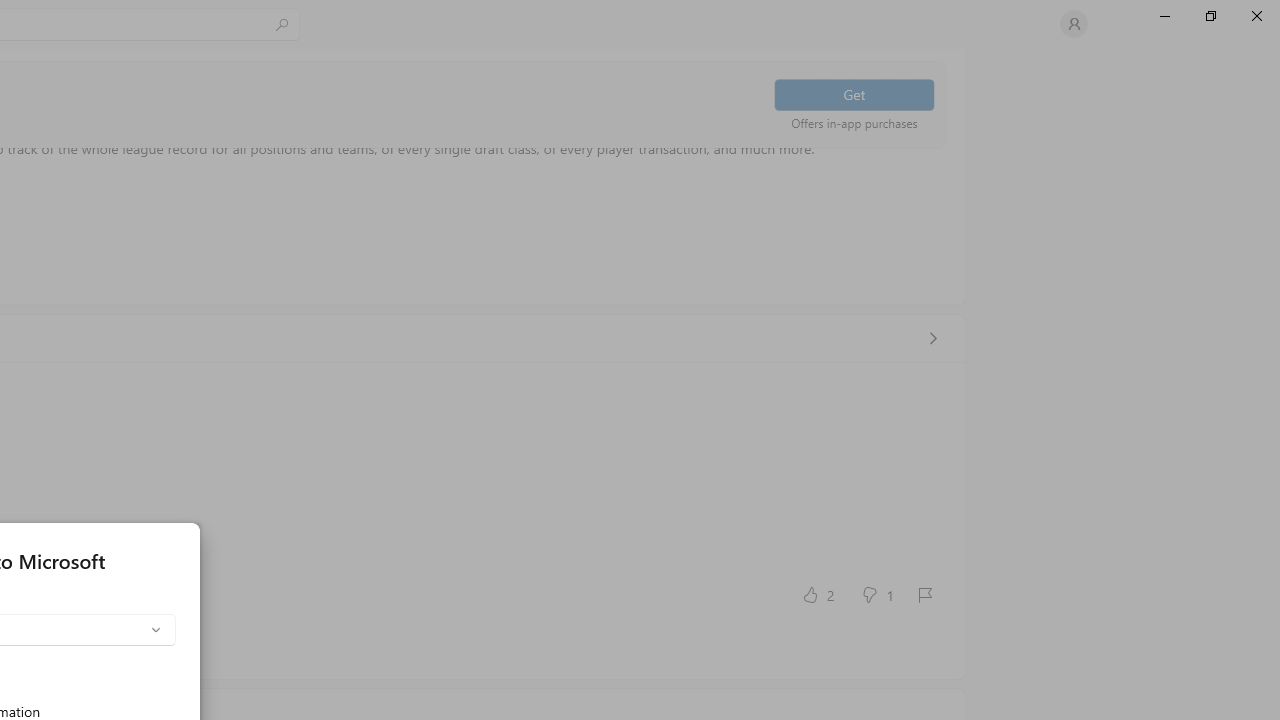  Describe the element at coordinates (876, 593) in the screenshot. I see `'No, this was not helpful. 1 votes.'` at that location.